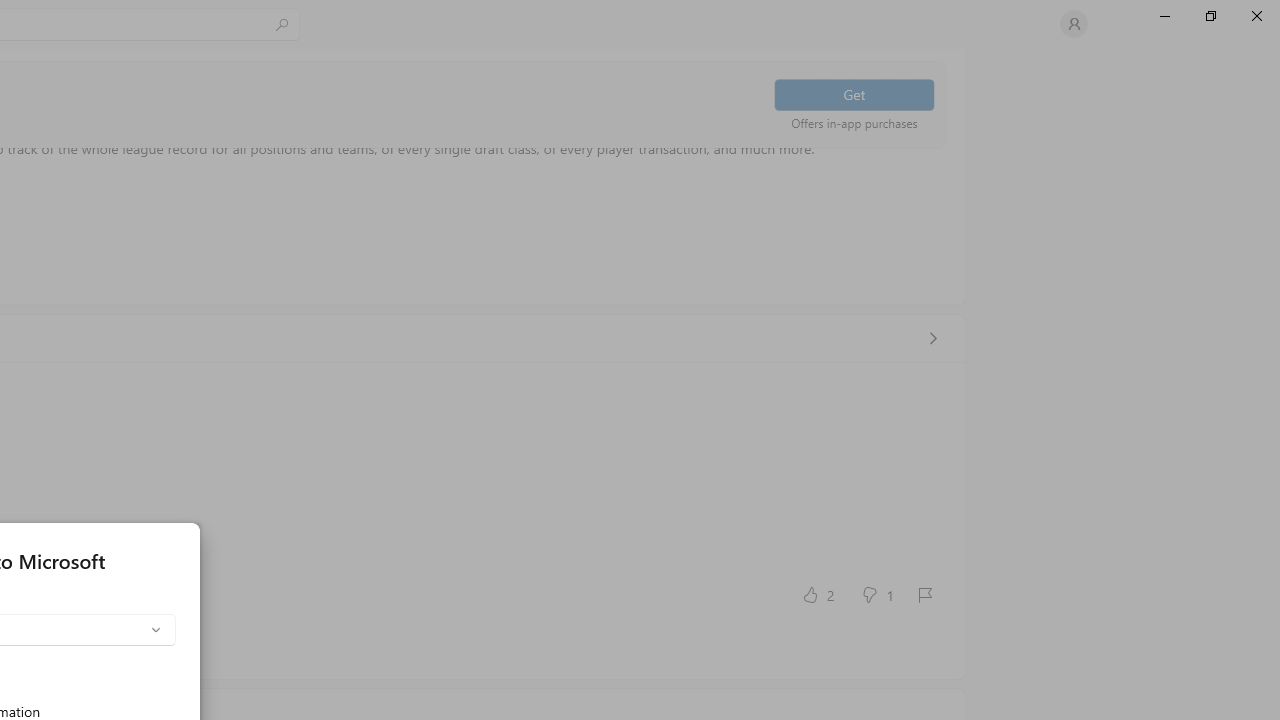  Describe the element at coordinates (876, 593) in the screenshot. I see `'No, this was not helpful. 1 votes.'` at that location.